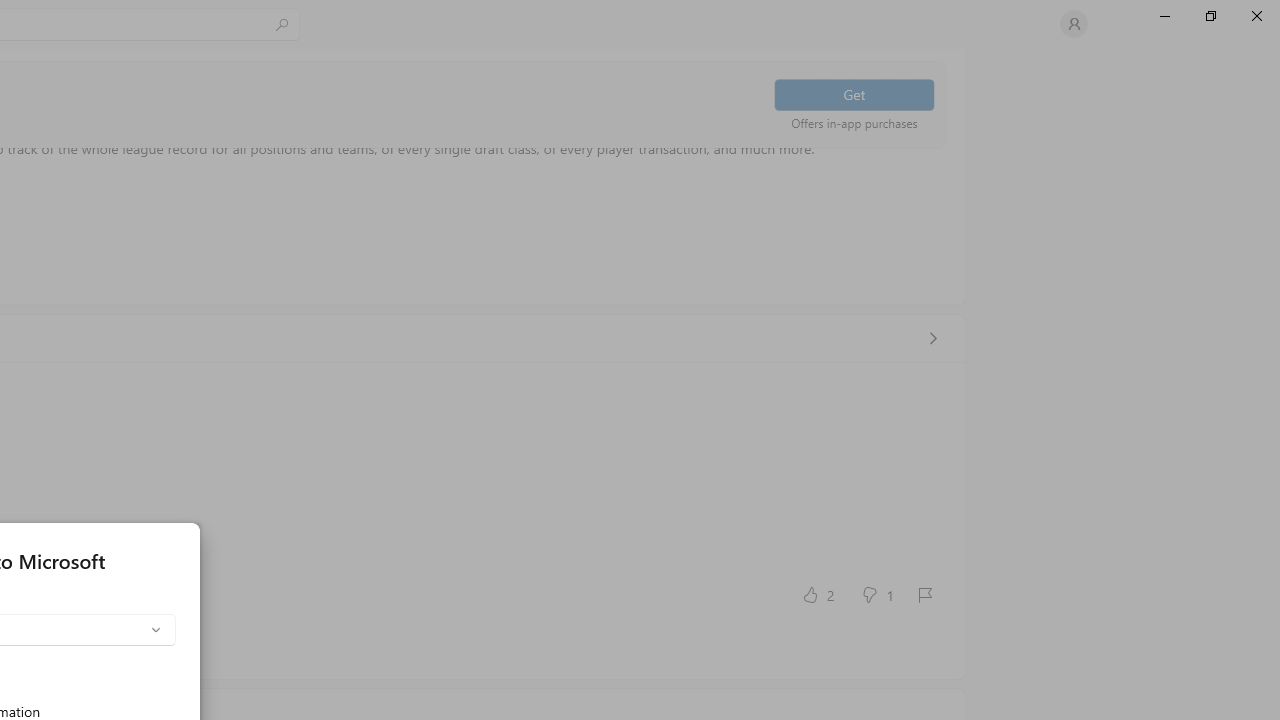  Describe the element at coordinates (876, 593) in the screenshot. I see `'No, this was not helpful. 1 votes.'` at that location.